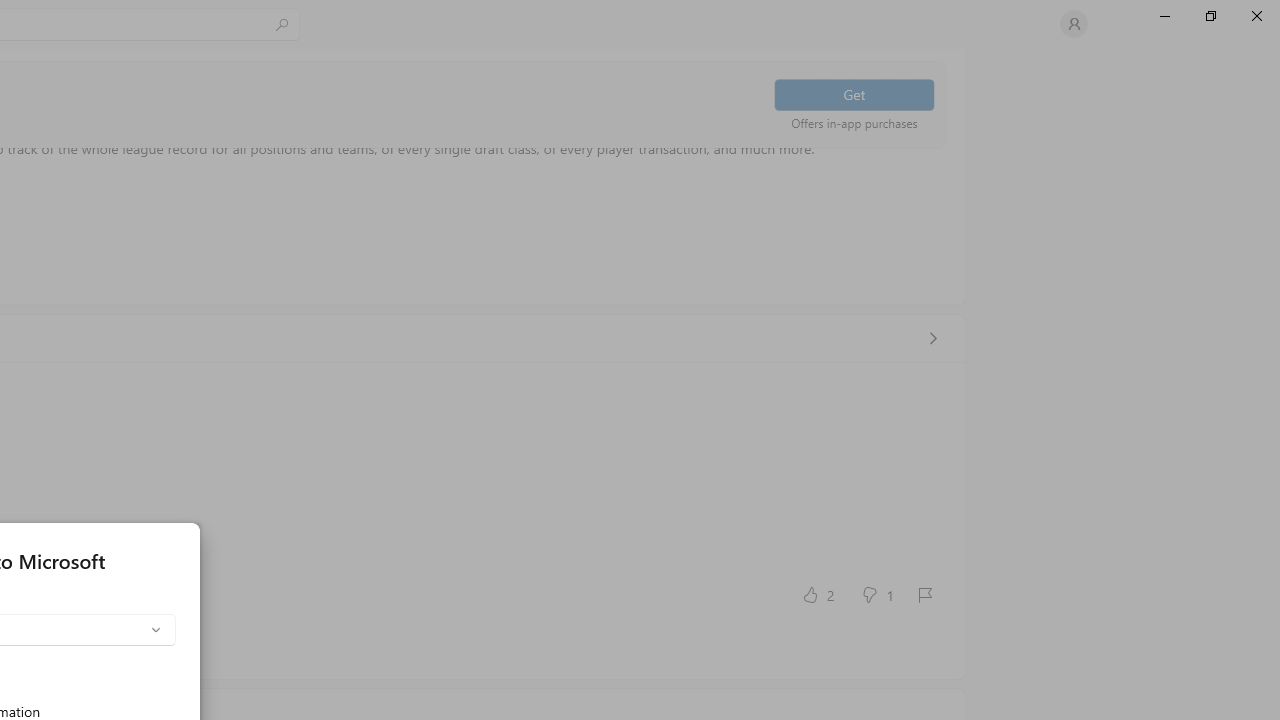  Describe the element at coordinates (876, 593) in the screenshot. I see `'No, this was not helpful. 1 votes.'` at that location.